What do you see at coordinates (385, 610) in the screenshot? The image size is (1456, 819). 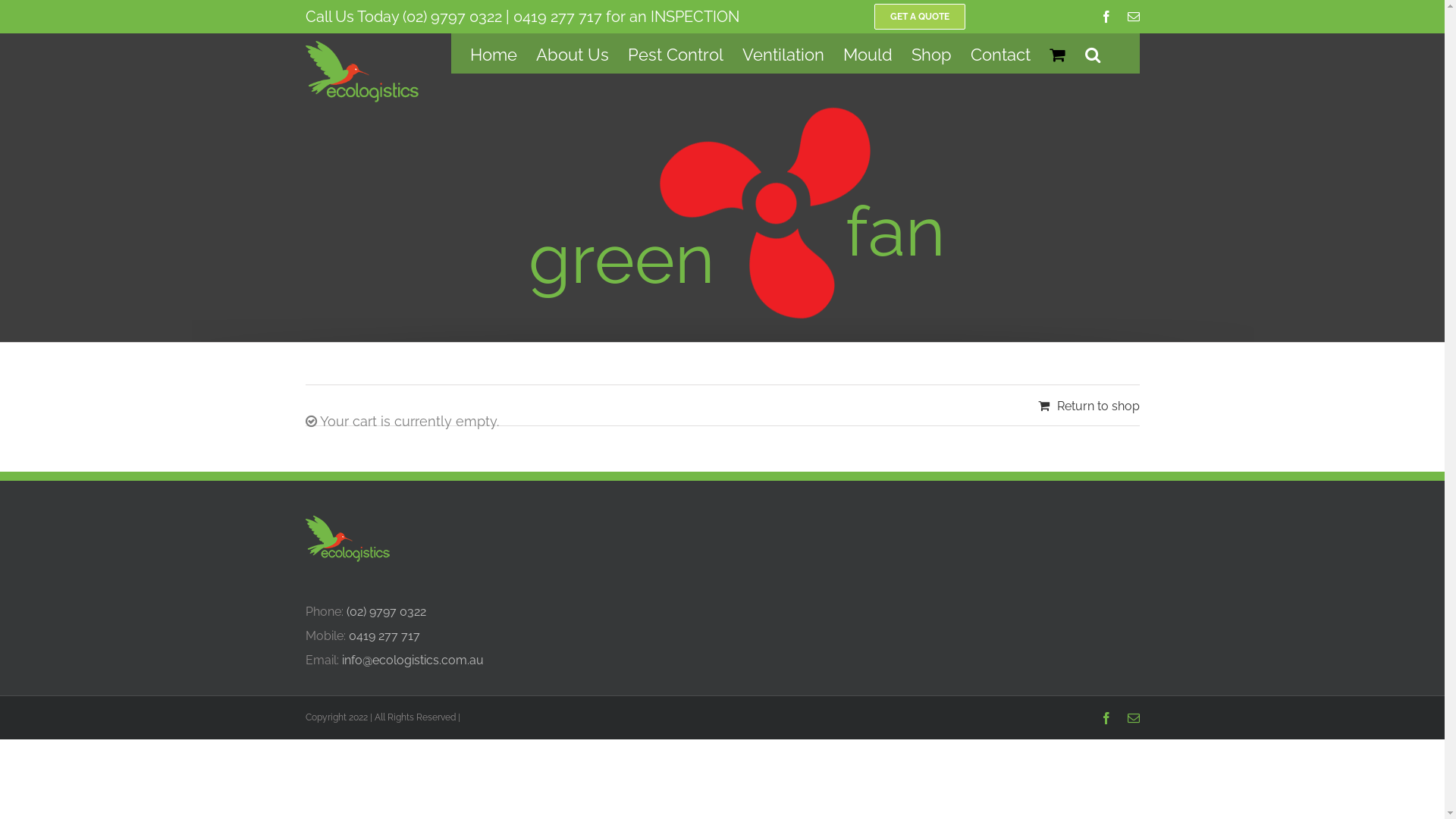 I see `'(02) 9797 0322'` at bounding box center [385, 610].